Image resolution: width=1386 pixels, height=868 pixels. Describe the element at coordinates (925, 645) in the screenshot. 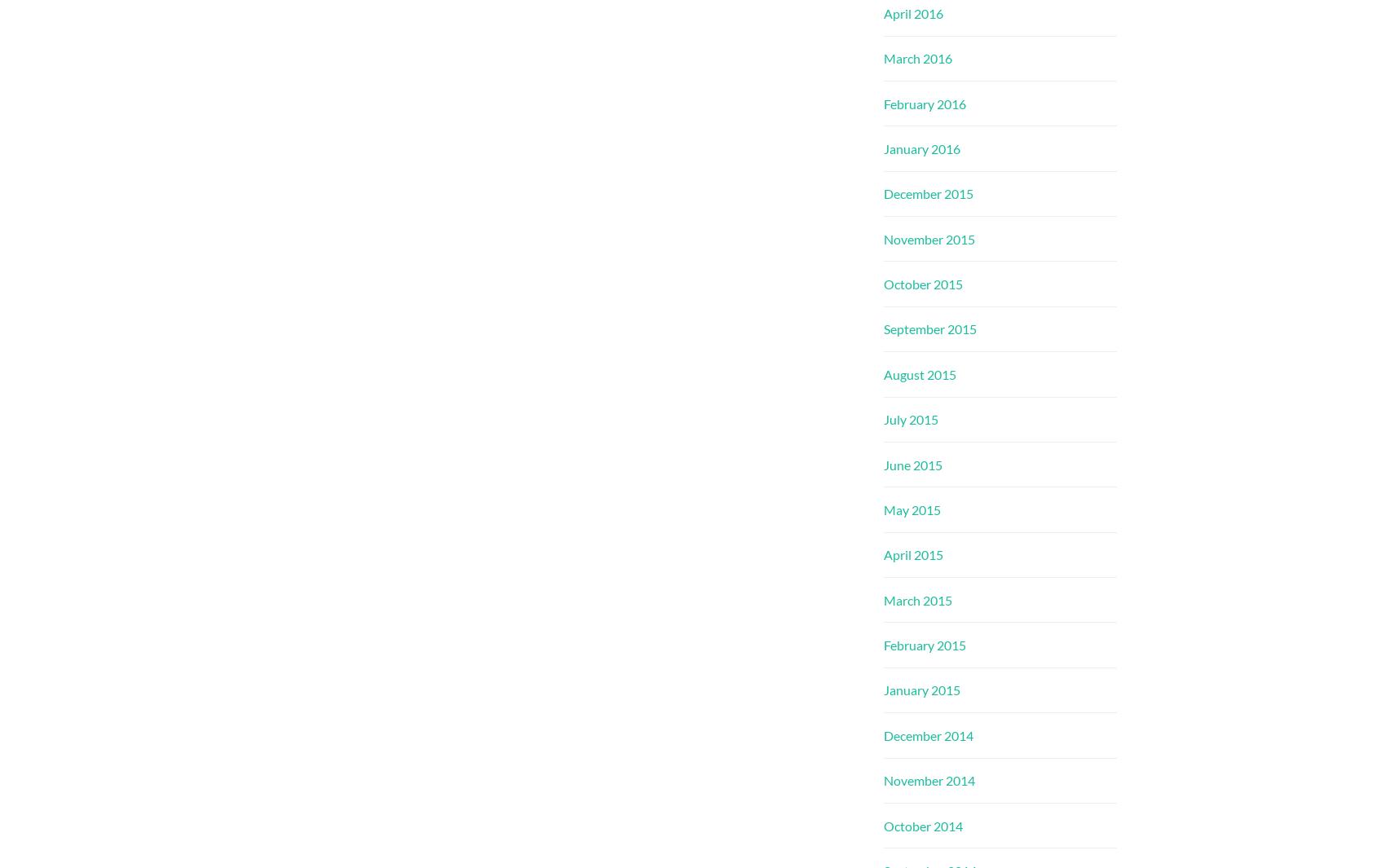

I see `'February 2015'` at that location.